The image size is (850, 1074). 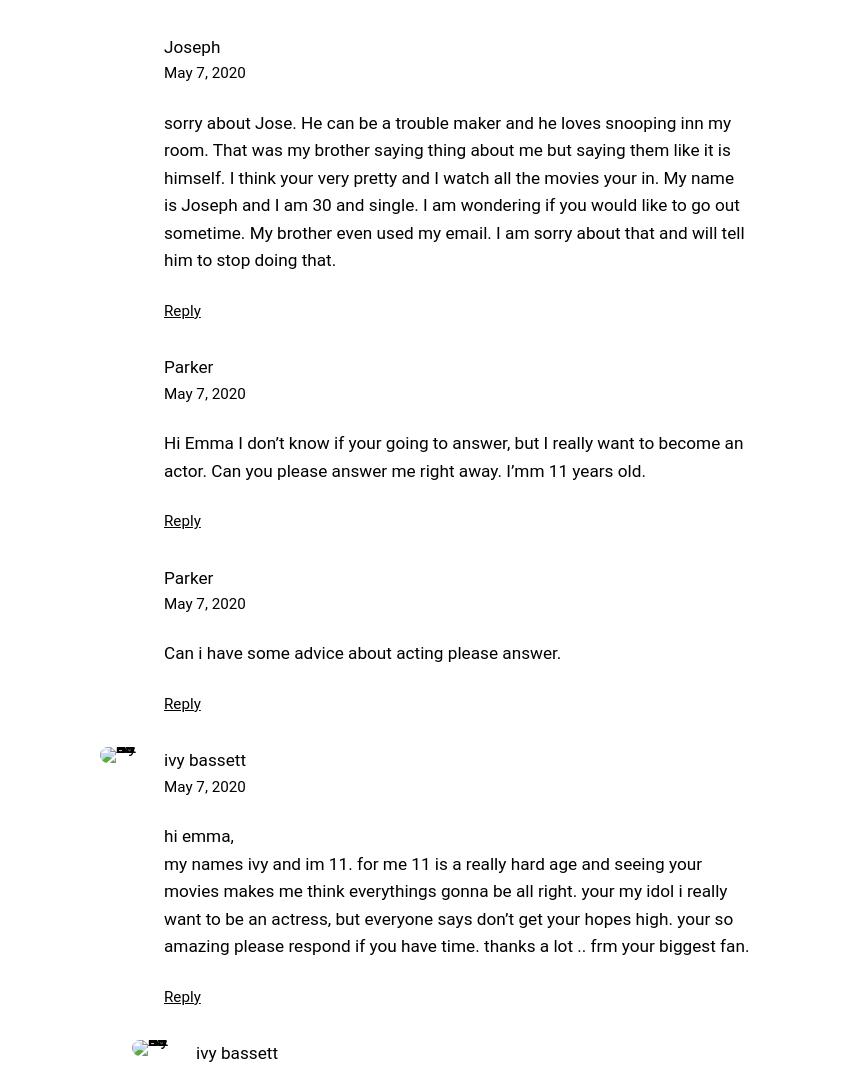 What do you see at coordinates (197, 836) in the screenshot?
I see `'hi emma,'` at bounding box center [197, 836].